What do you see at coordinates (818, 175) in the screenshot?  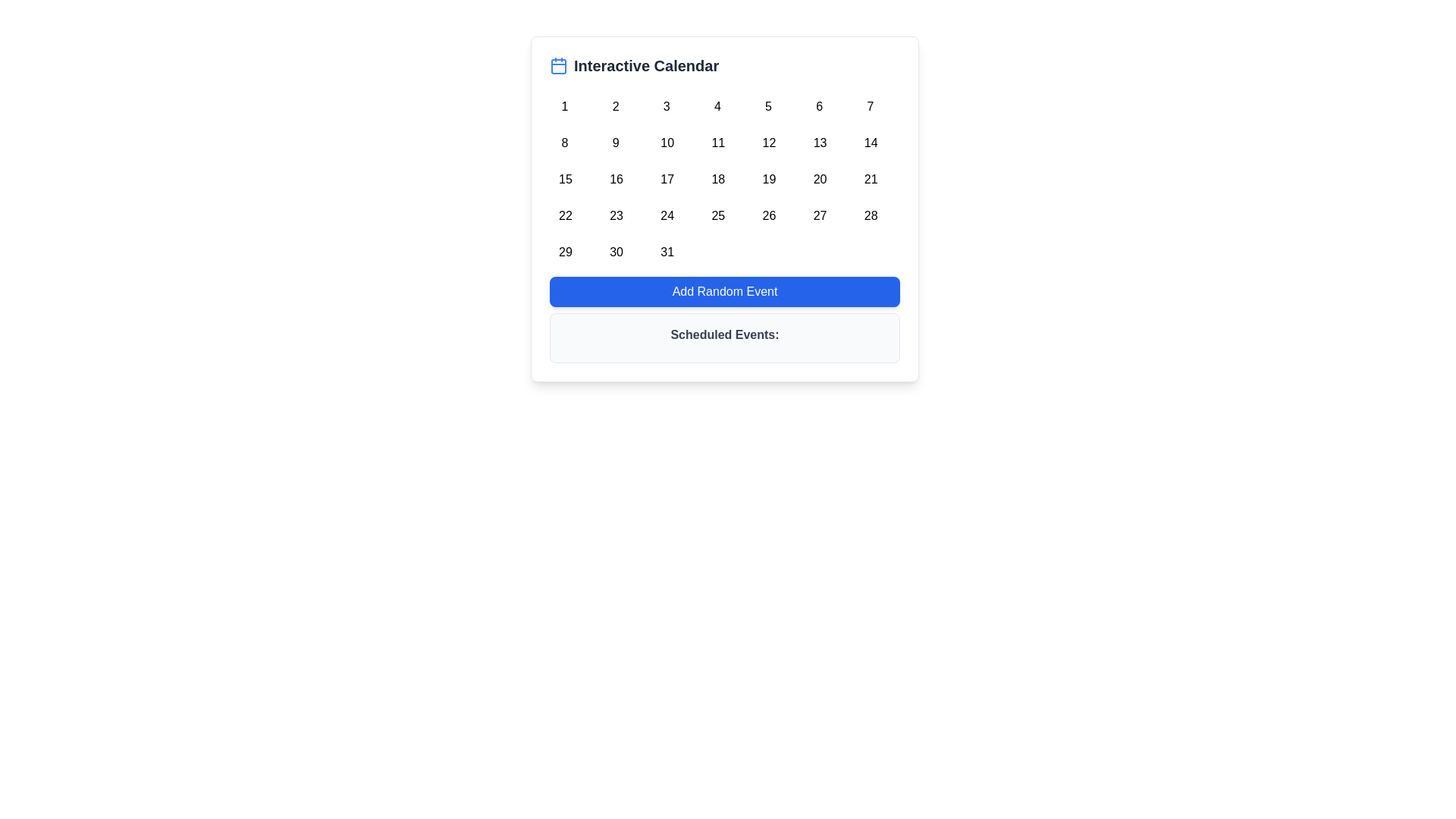 I see `the square button labeled '20' in the calendar grid` at bounding box center [818, 175].